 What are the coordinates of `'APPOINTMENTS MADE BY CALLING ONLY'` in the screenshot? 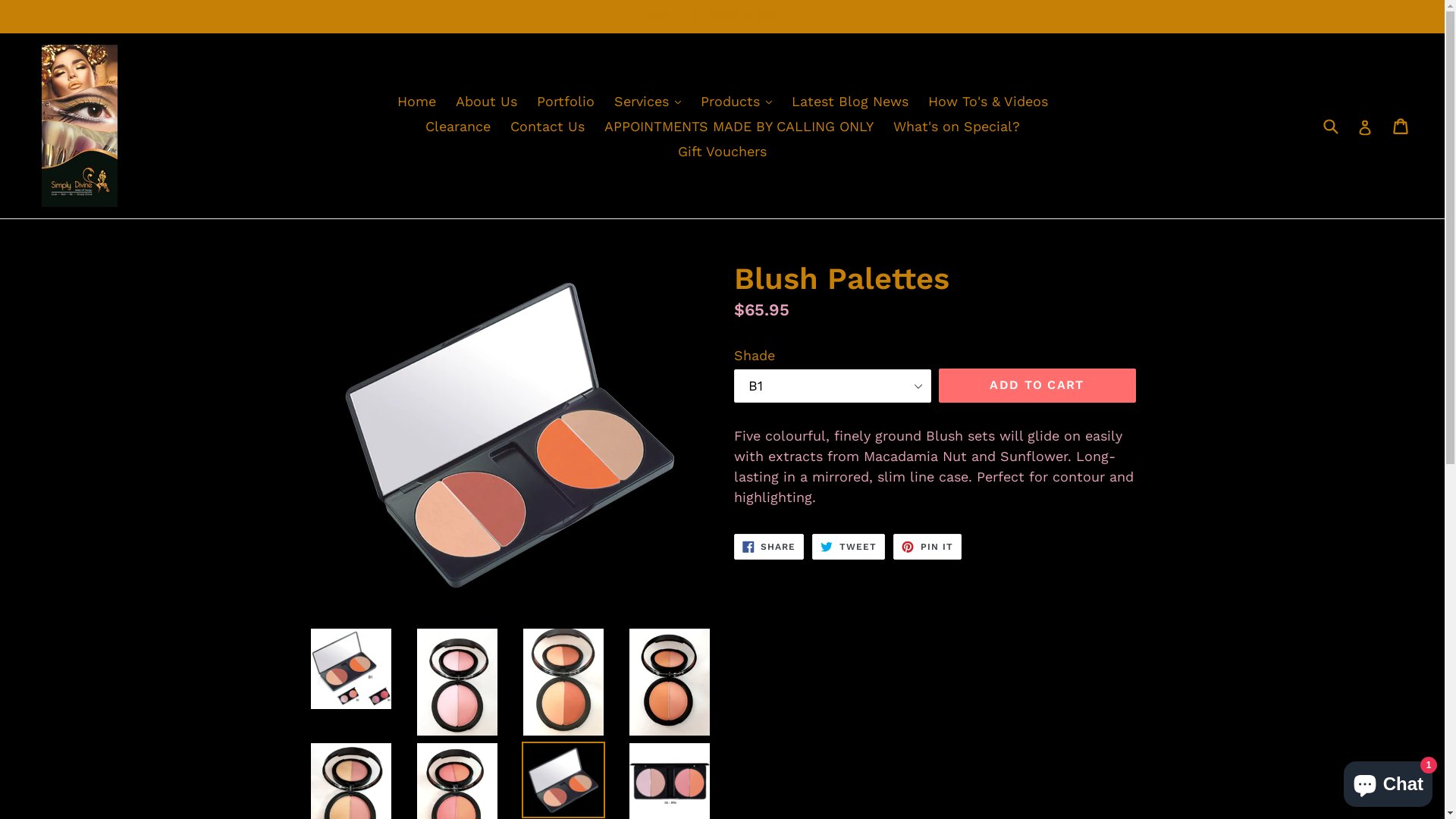 It's located at (738, 125).